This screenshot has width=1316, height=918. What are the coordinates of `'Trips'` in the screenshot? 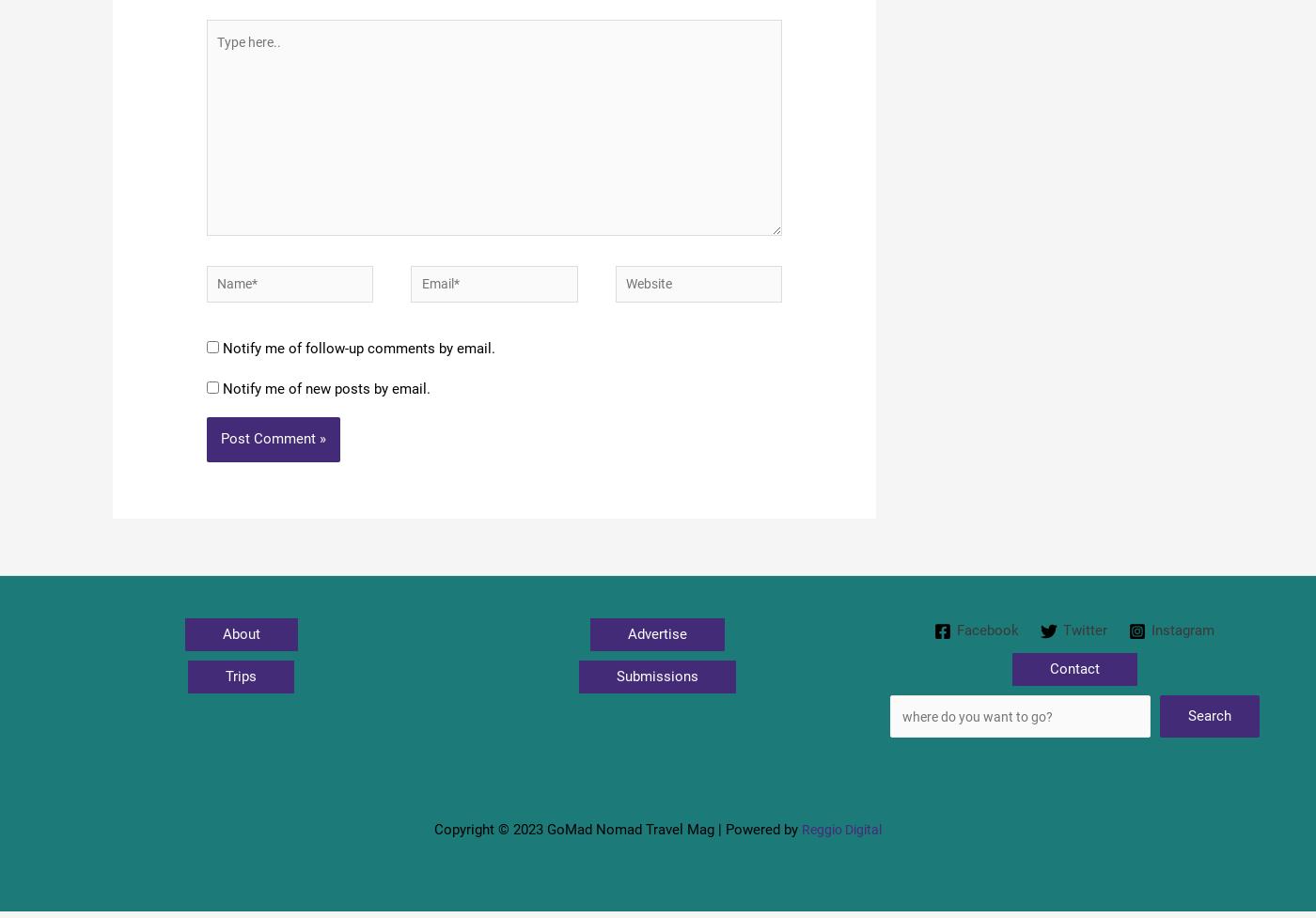 It's located at (241, 693).